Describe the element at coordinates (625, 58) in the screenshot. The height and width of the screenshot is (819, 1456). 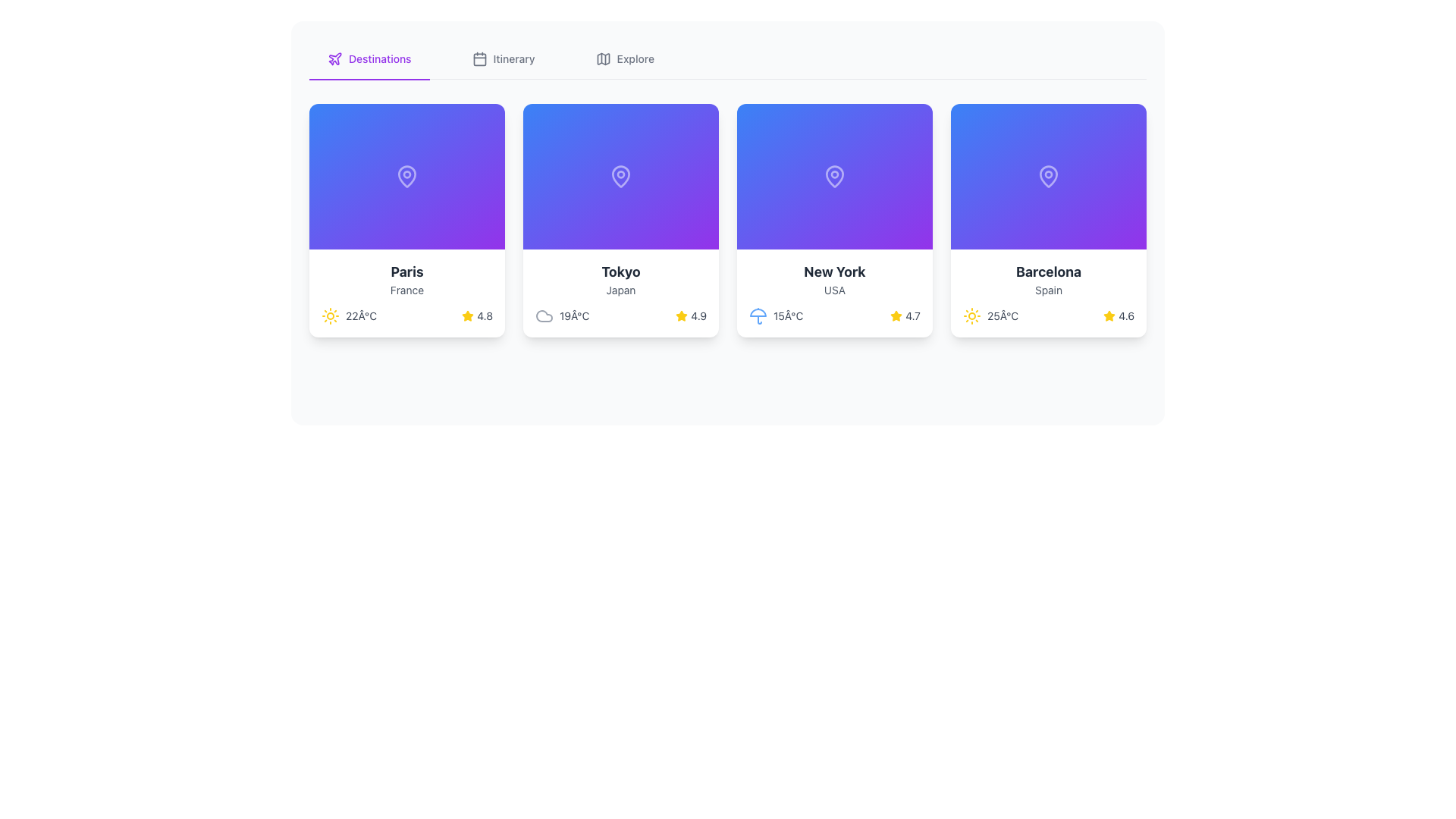
I see `the 'Explore' menu item button, which is the third item in the horizontal menu bar` at that location.